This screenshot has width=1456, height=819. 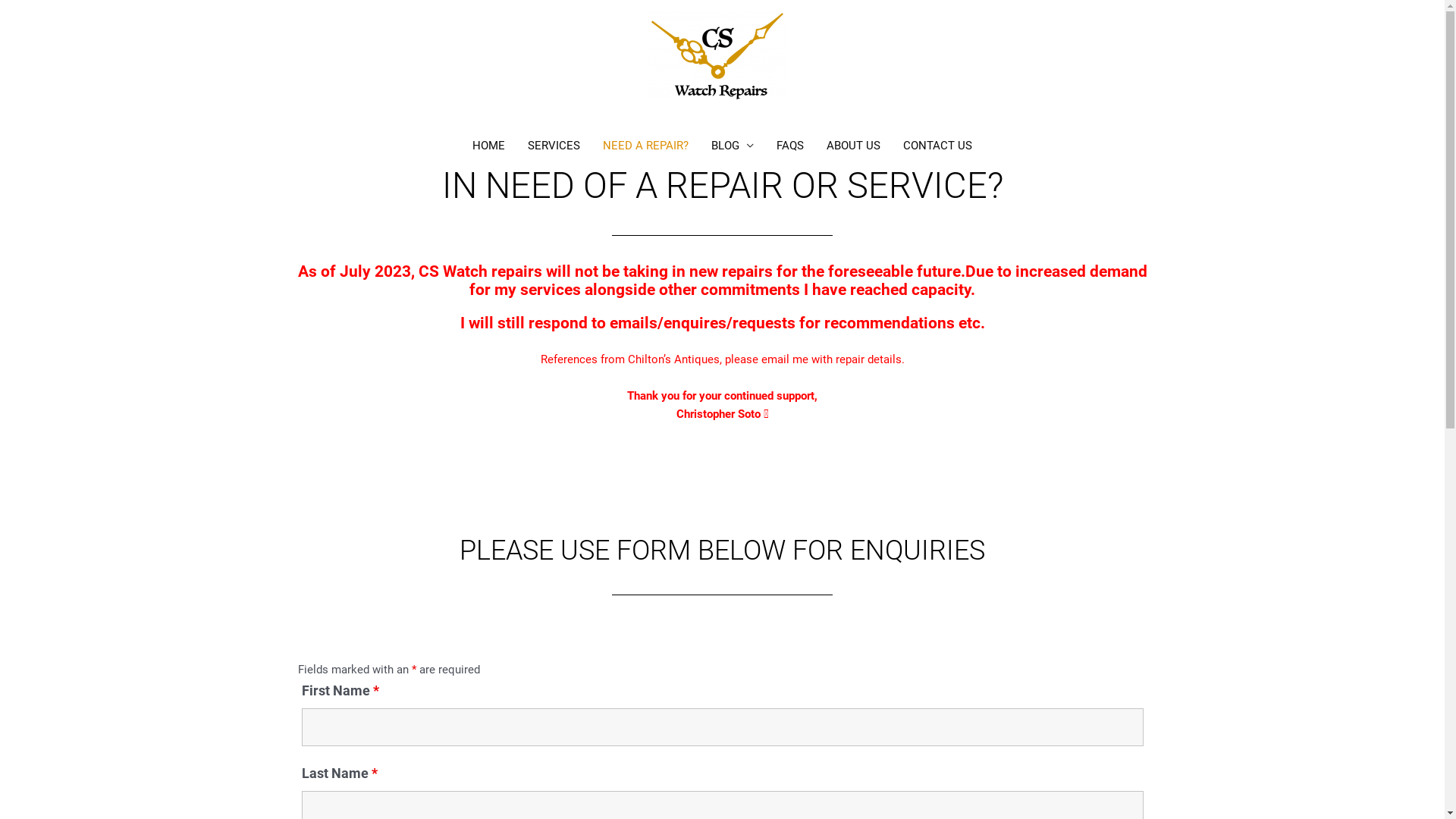 I want to click on 'SERVICES', so click(x=553, y=146).